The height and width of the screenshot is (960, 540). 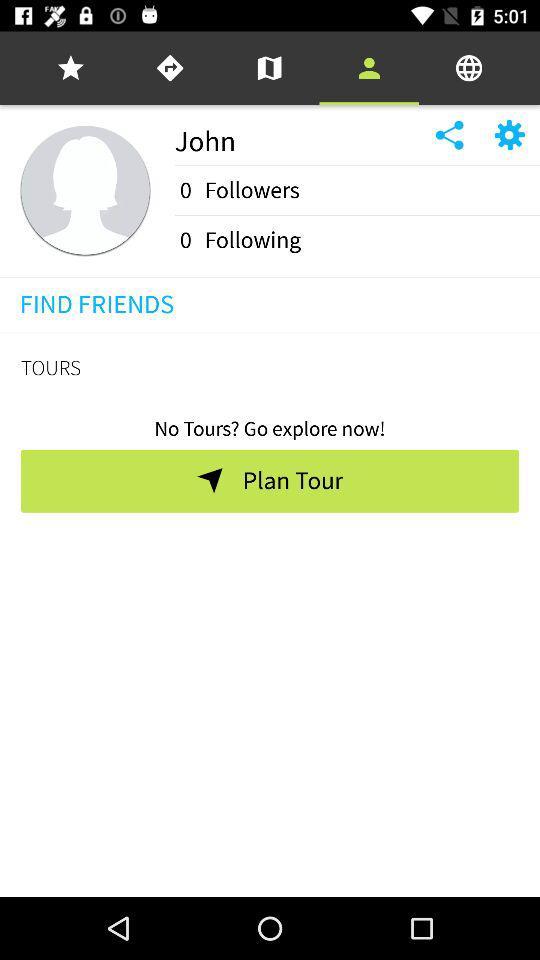 What do you see at coordinates (296, 134) in the screenshot?
I see `the john` at bounding box center [296, 134].